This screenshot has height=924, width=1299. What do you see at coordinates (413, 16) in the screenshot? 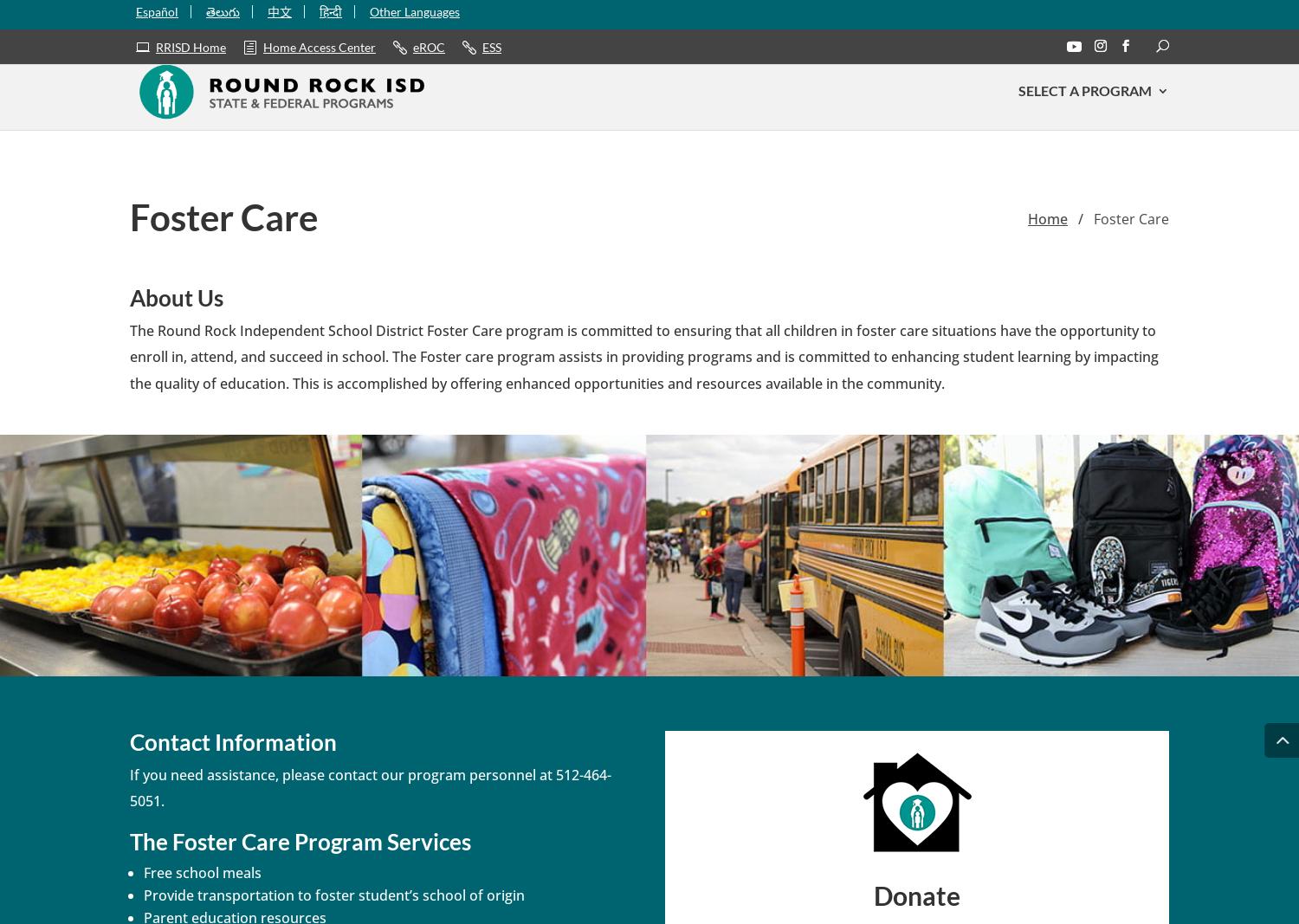
I see `'Other Languages'` at bounding box center [413, 16].